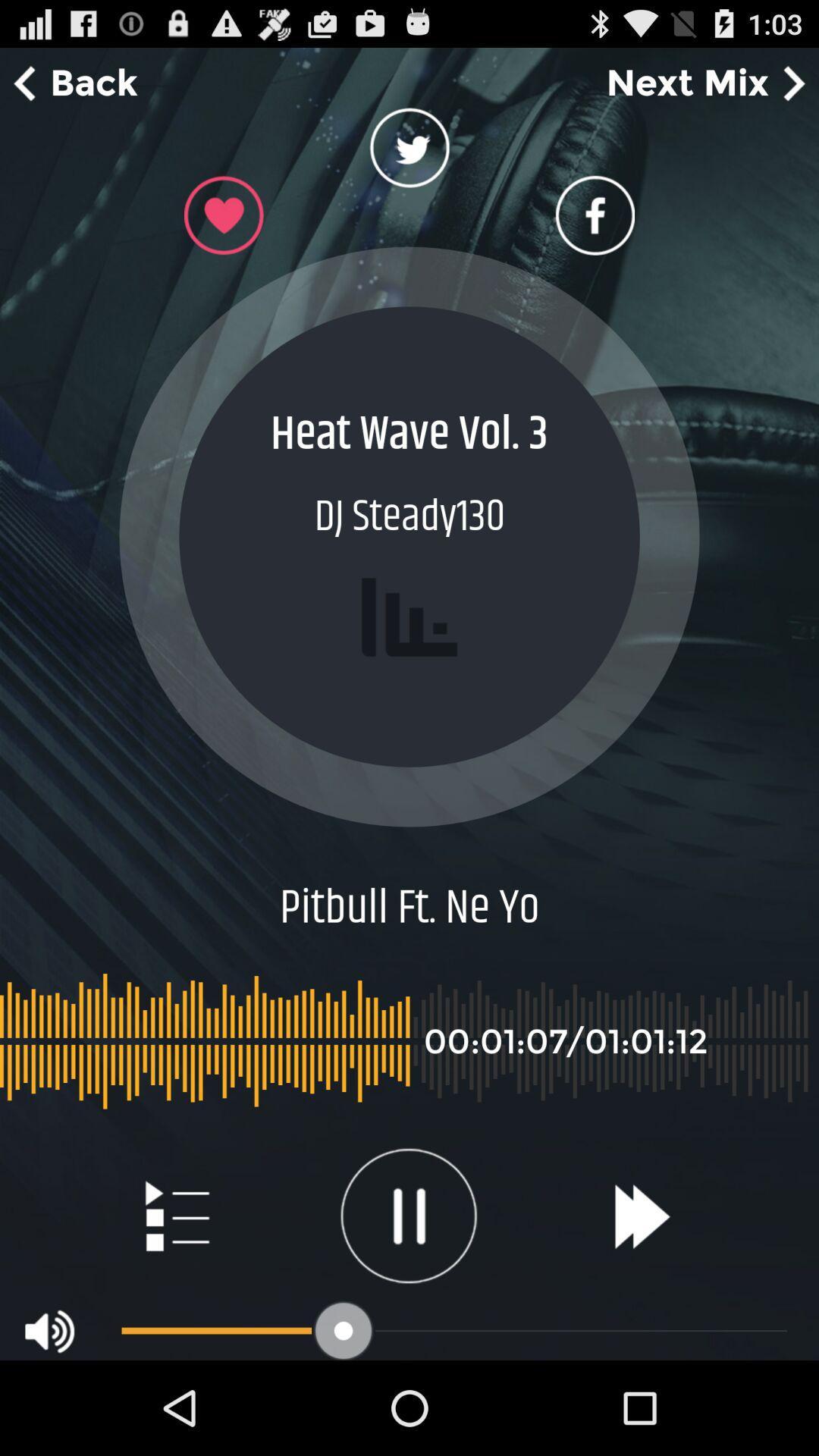 This screenshot has height=1456, width=819. What do you see at coordinates (642, 1216) in the screenshot?
I see `icon at the bottom right corner` at bounding box center [642, 1216].